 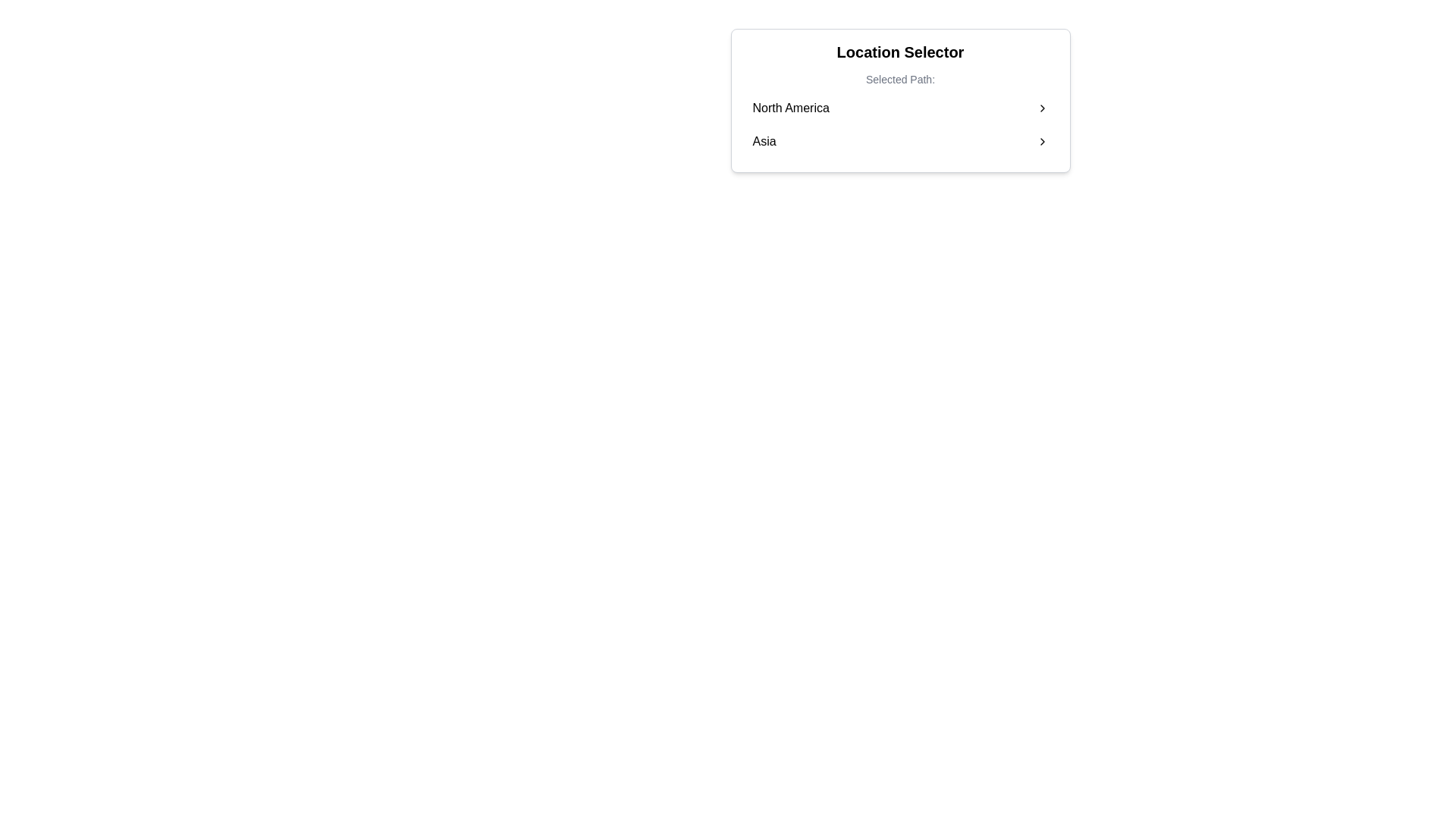 I want to click on the second selectable list item in the 'Location Selector' box, so click(x=900, y=141).